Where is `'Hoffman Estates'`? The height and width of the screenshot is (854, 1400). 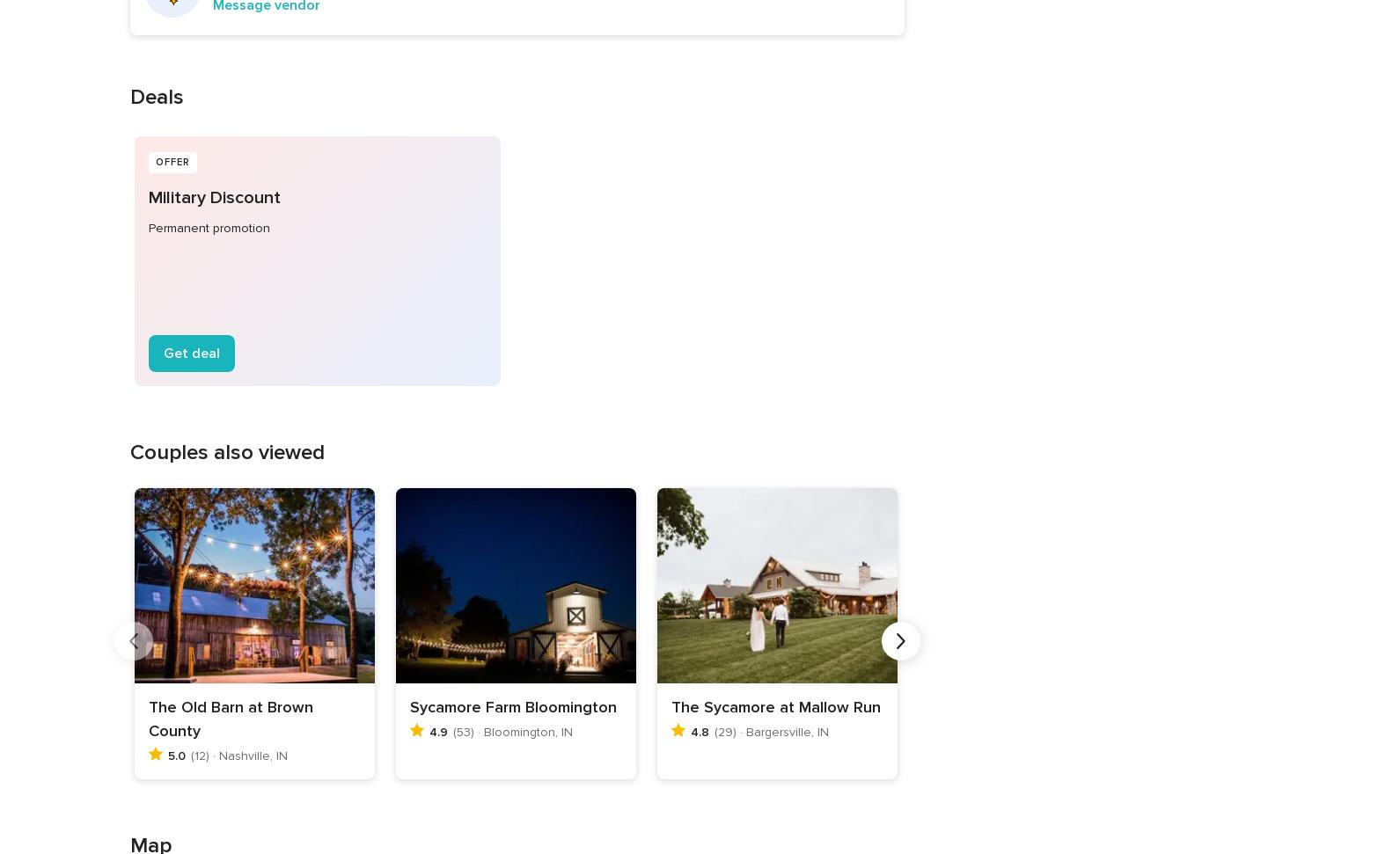 'Hoffman Estates' is located at coordinates (992, 706).